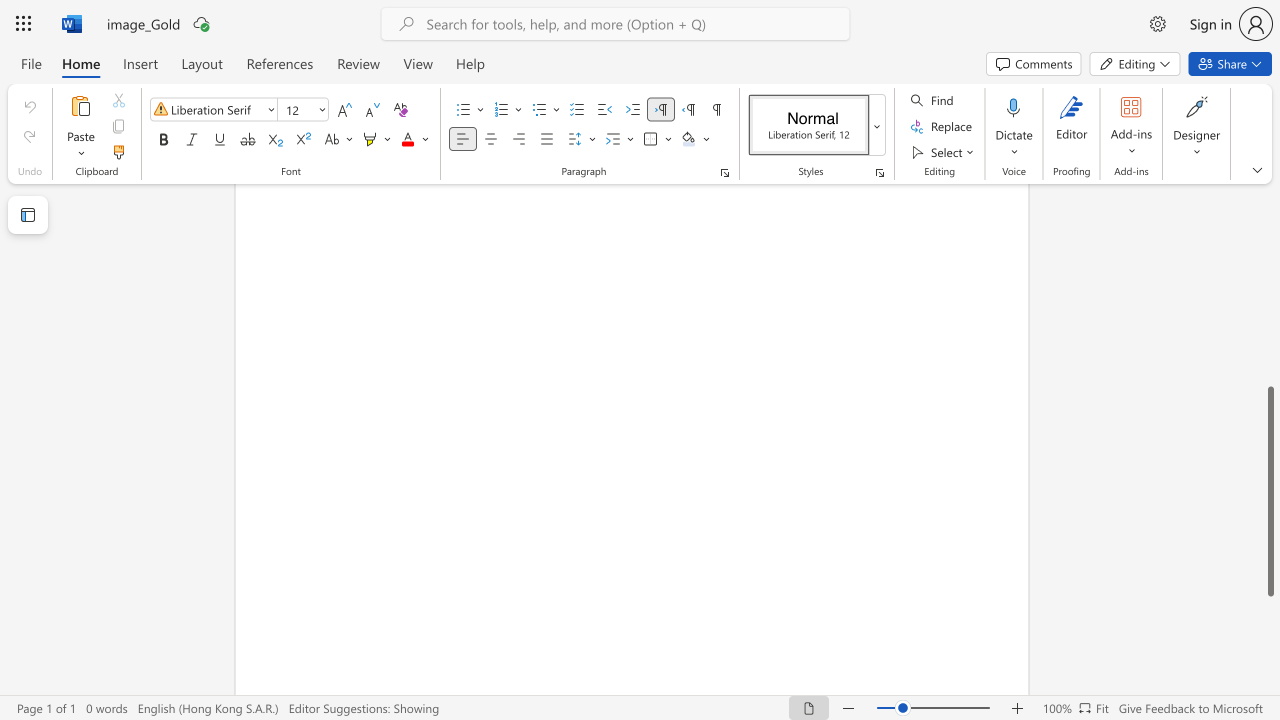  Describe the element at coordinates (1269, 270) in the screenshot. I see `the scrollbar on the right` at that location.